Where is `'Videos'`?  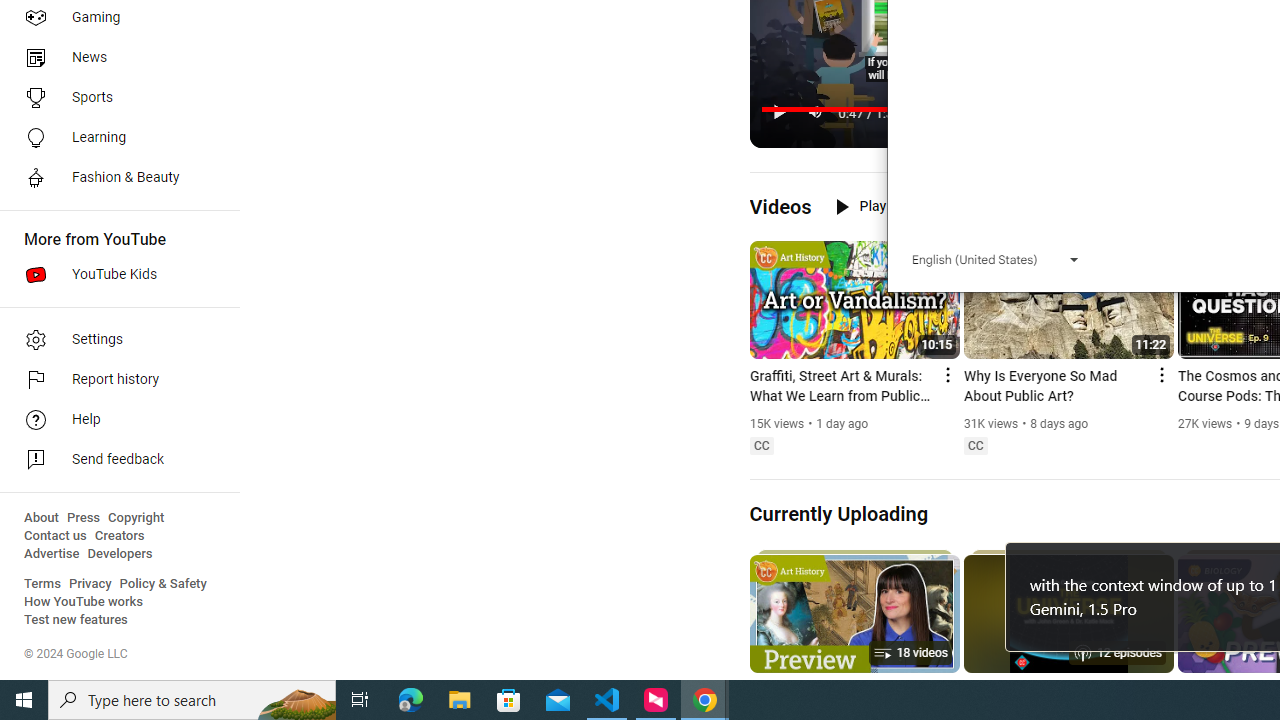
'Videos' is located at coordinates (779, 206).